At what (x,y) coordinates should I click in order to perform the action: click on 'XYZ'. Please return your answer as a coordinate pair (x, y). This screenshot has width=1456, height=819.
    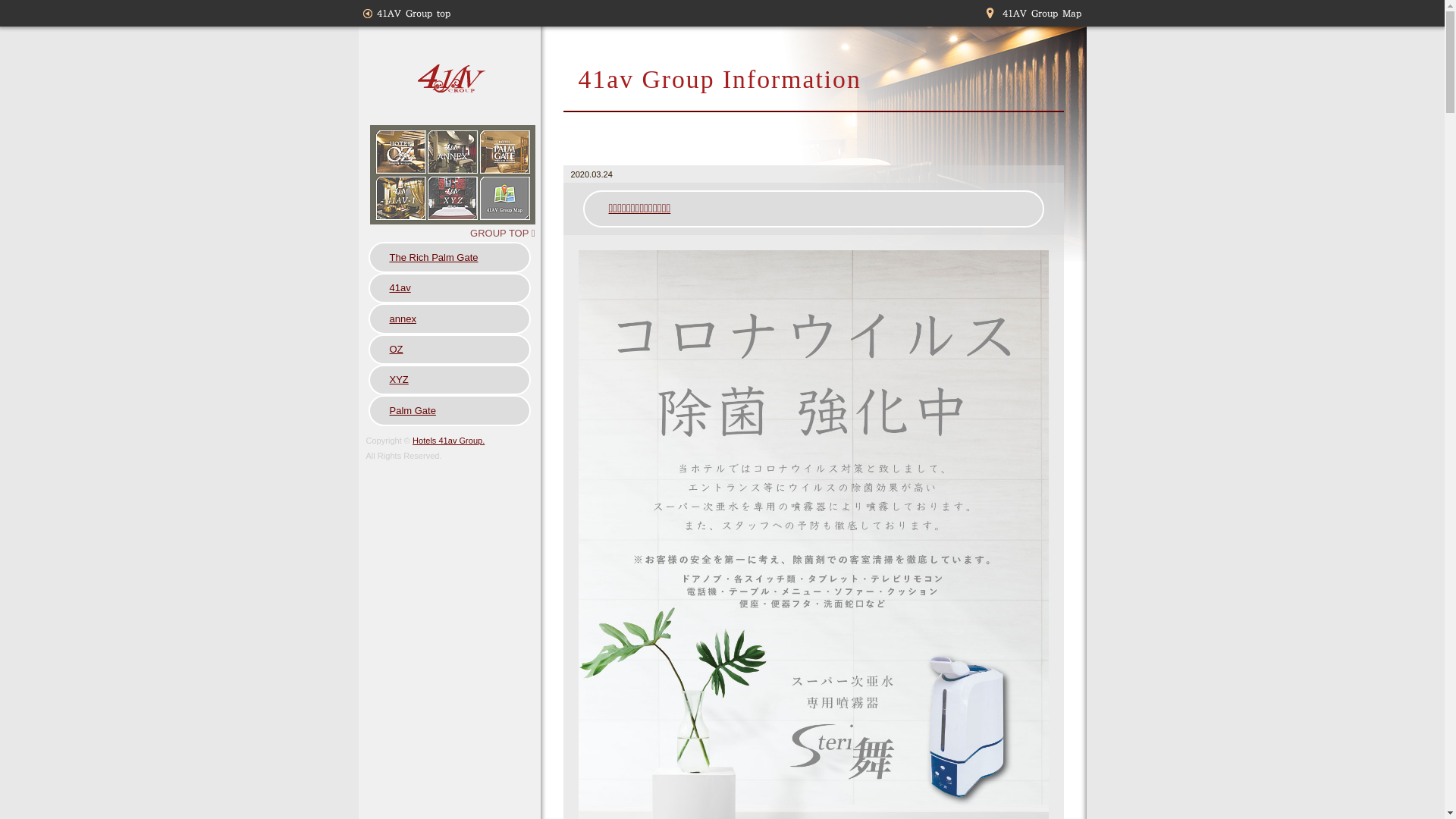
    Looking at the image, I should click on (449, 379).